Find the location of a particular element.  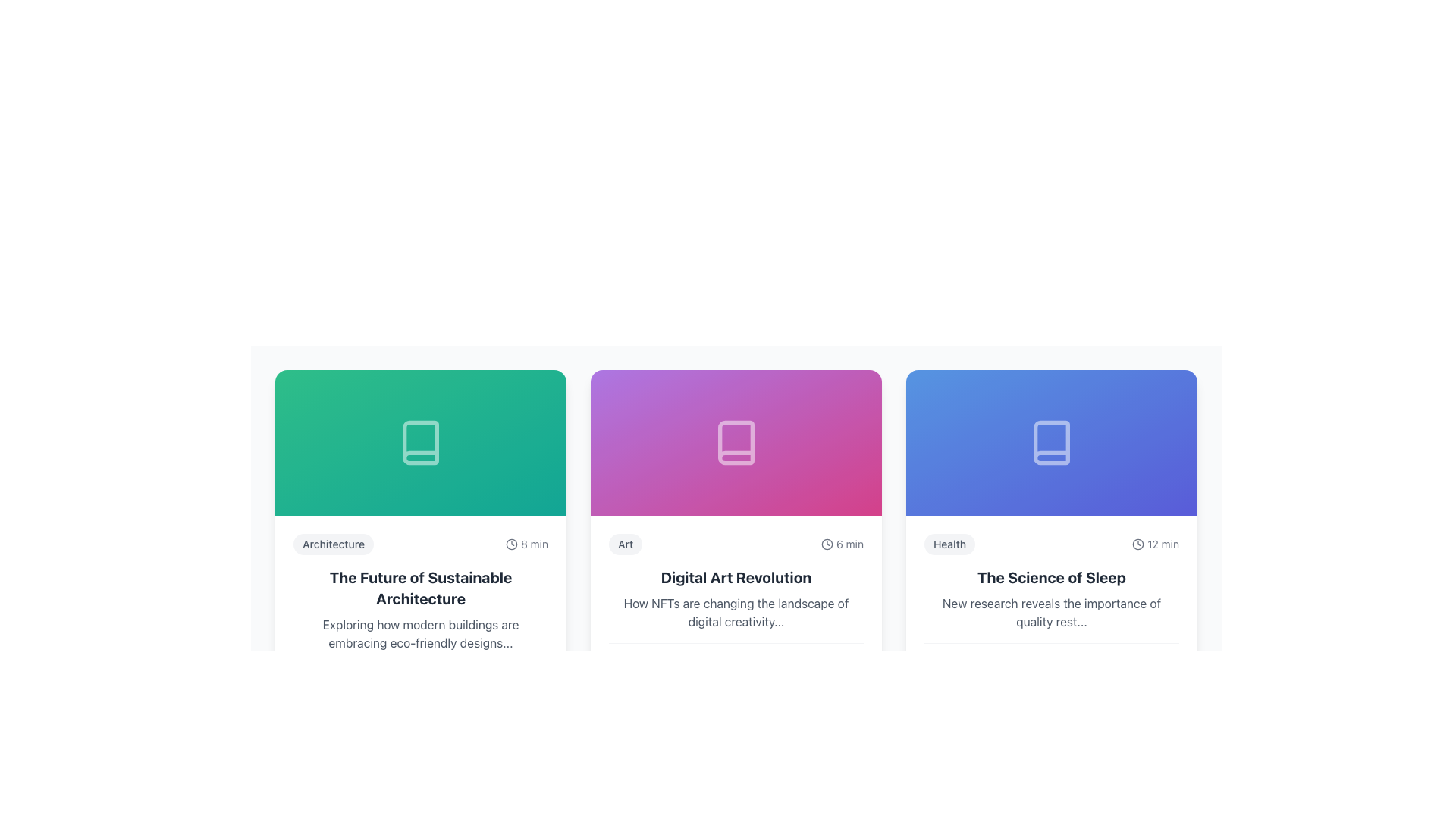

the text element located beneath the title 'The Future of Sustainable Architecture' and above the section with icons and buttons is located at coordinates (421, 634).